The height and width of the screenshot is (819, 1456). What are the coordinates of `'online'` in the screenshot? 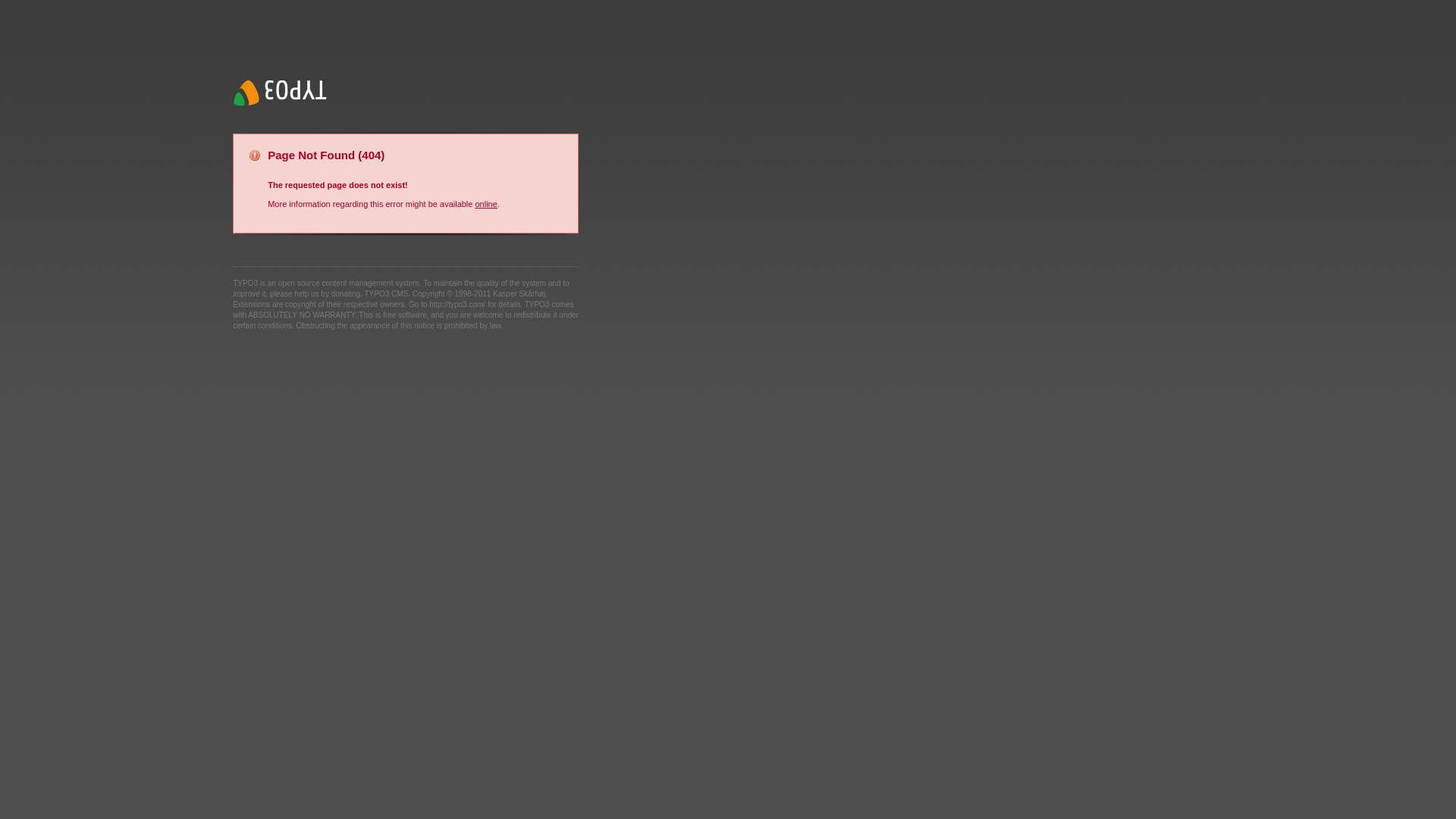 It's located at (485, 203).